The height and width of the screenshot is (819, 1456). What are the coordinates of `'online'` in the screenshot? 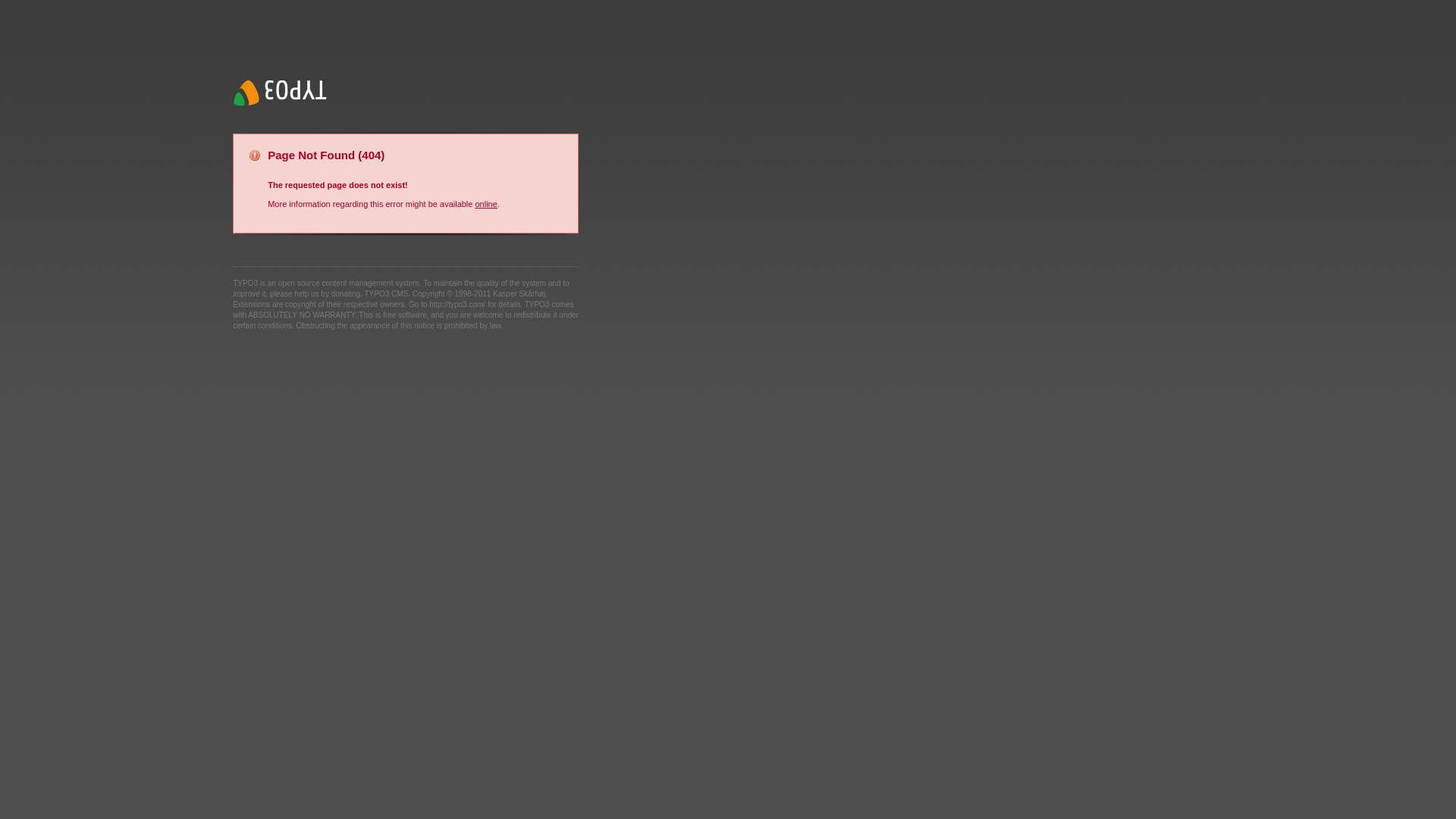 It's located at (485, 203).